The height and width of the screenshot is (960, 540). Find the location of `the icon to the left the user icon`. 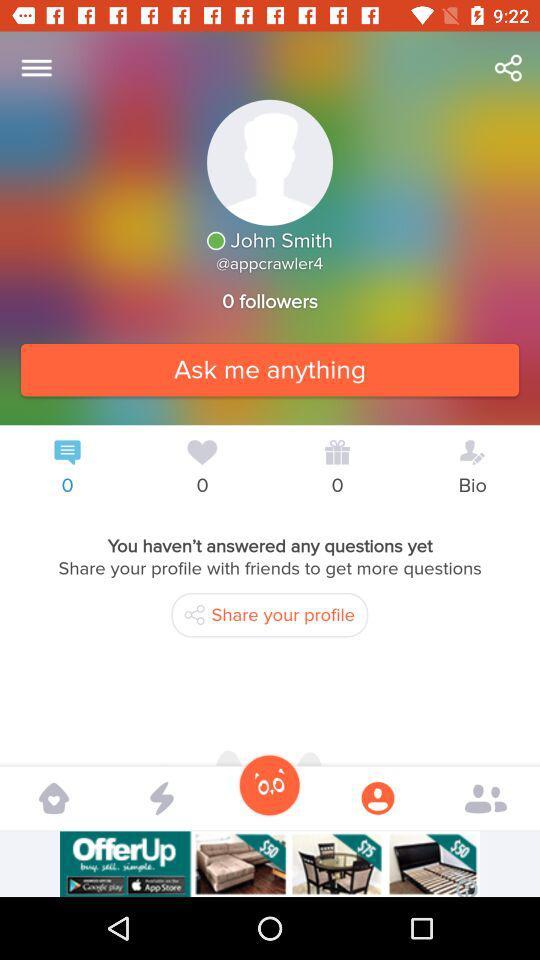

the icon to the left the user icon is located at coordinates (270, 785).